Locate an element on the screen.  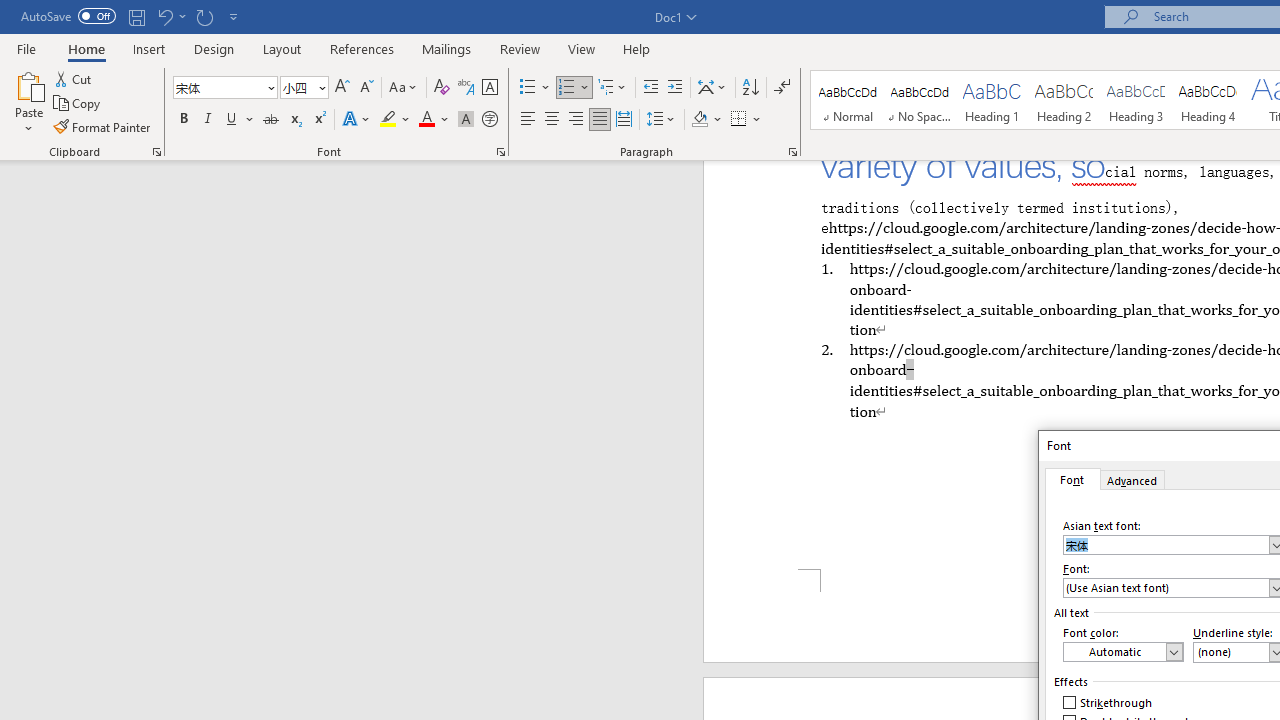
'Shading' is located at coordinates (707, 119).